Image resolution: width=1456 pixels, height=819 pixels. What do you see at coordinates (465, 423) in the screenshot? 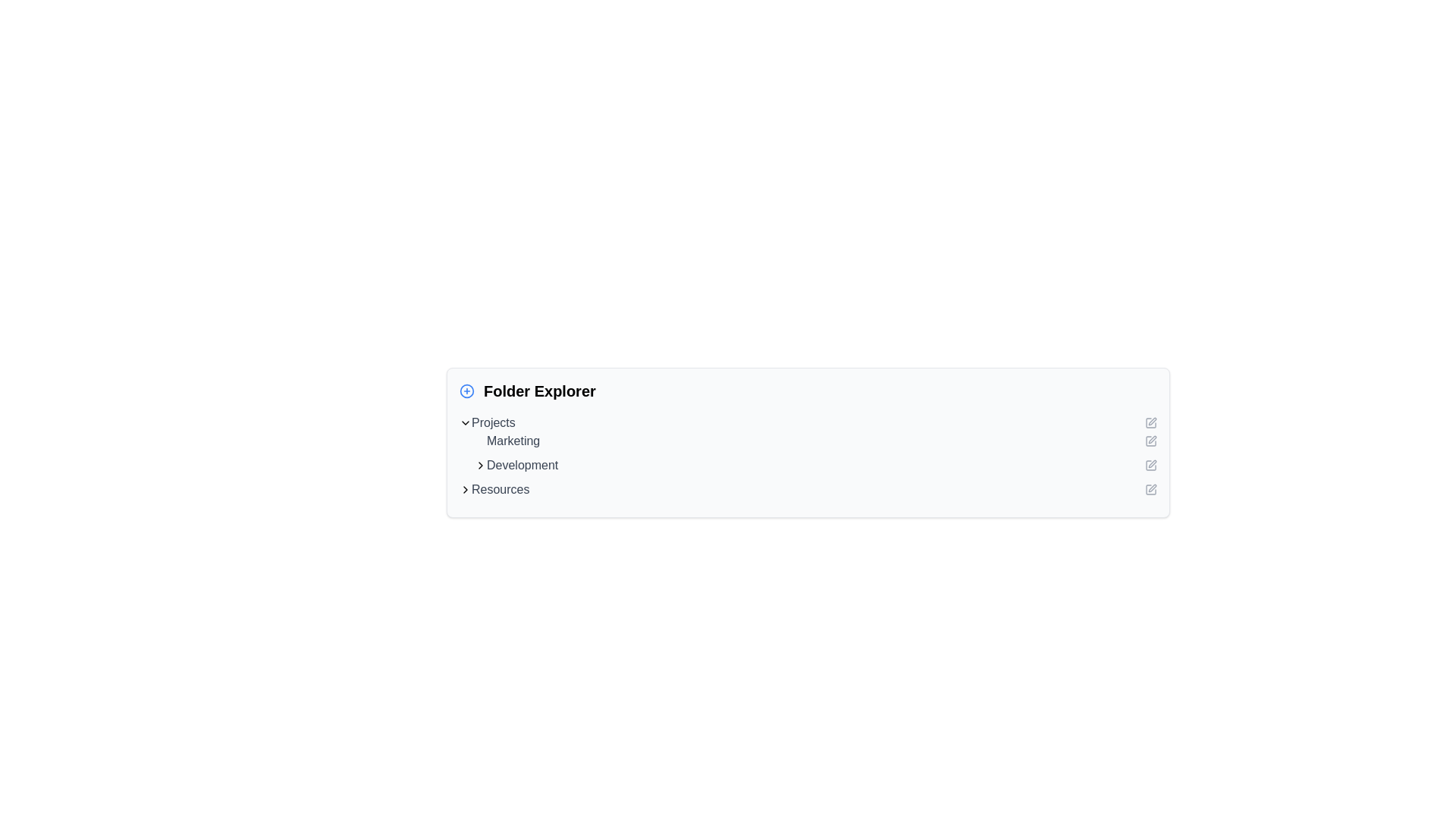
I see `the downward-pointing chevron icon, which is located to the far left side of the content labeled 'Projects'` at bounding box center [465, 423].